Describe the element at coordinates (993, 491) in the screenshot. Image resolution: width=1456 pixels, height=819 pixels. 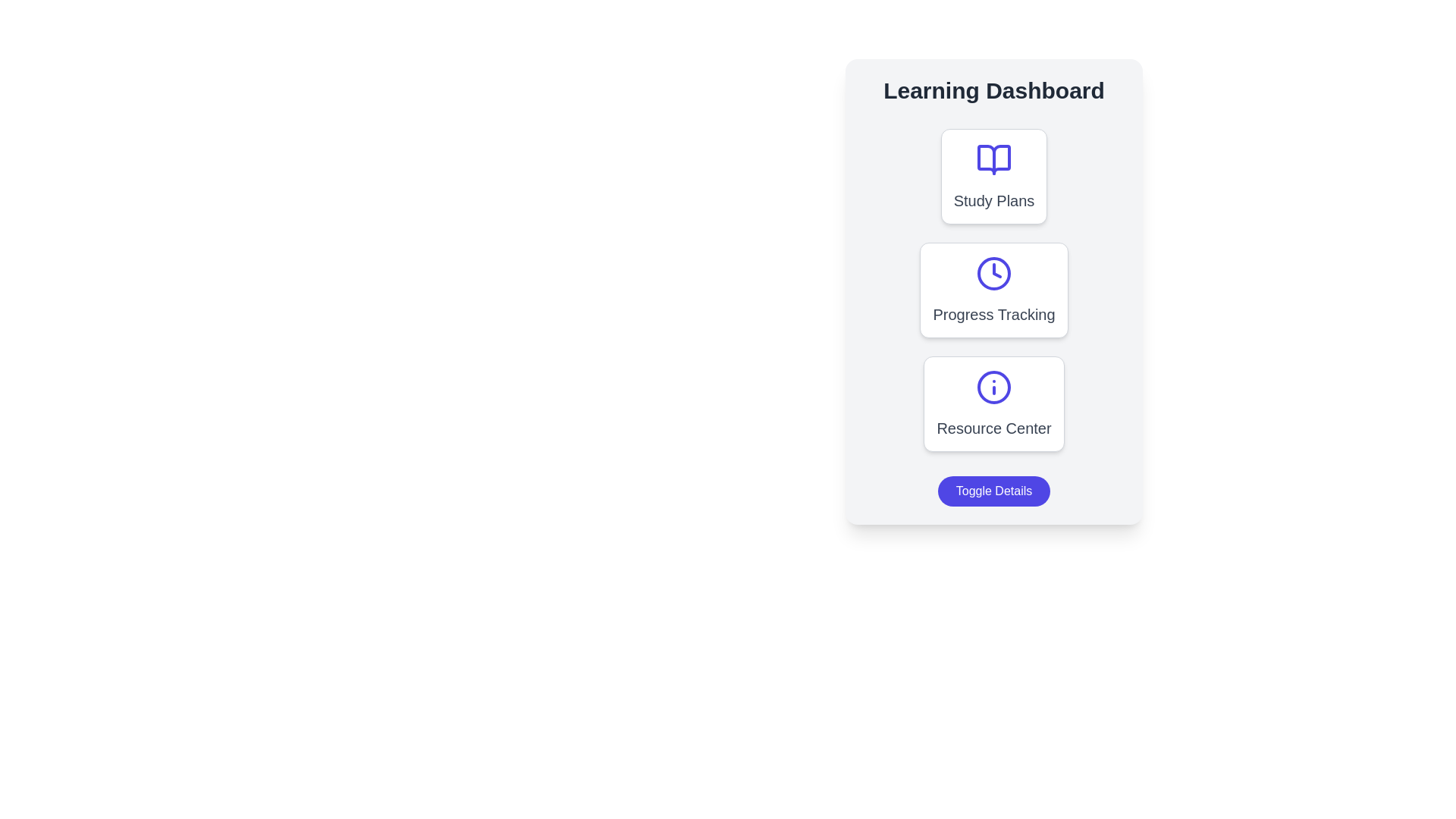
I see `the toggle visibility button located at the bottom of the vertically aligned list in the 'Learning Dashboard' section, beneath the 'Resource Center' section` at that location.